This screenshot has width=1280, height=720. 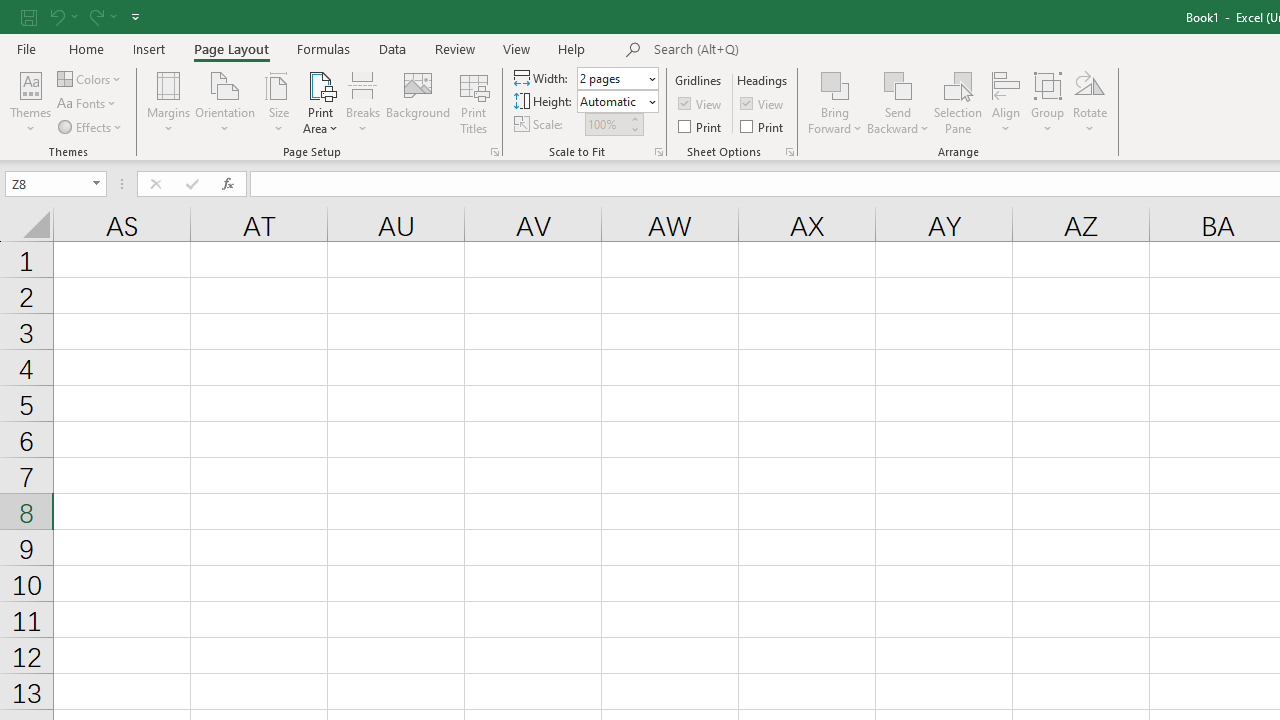 I want to click on 'Themes', so click(x=30, y=103).